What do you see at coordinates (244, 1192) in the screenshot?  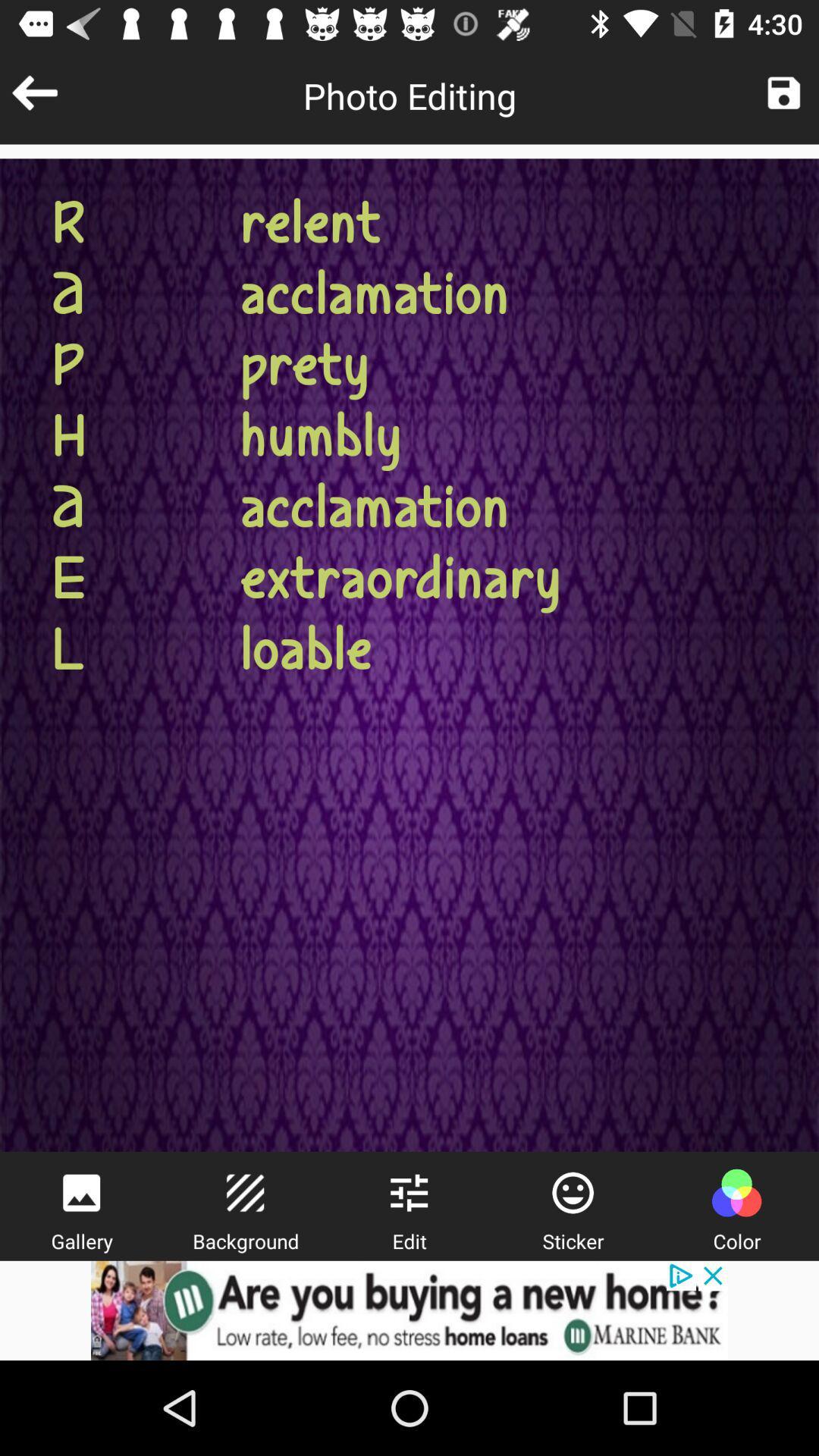 I see `the attach_file icon` at bounding box center [244, 1192].